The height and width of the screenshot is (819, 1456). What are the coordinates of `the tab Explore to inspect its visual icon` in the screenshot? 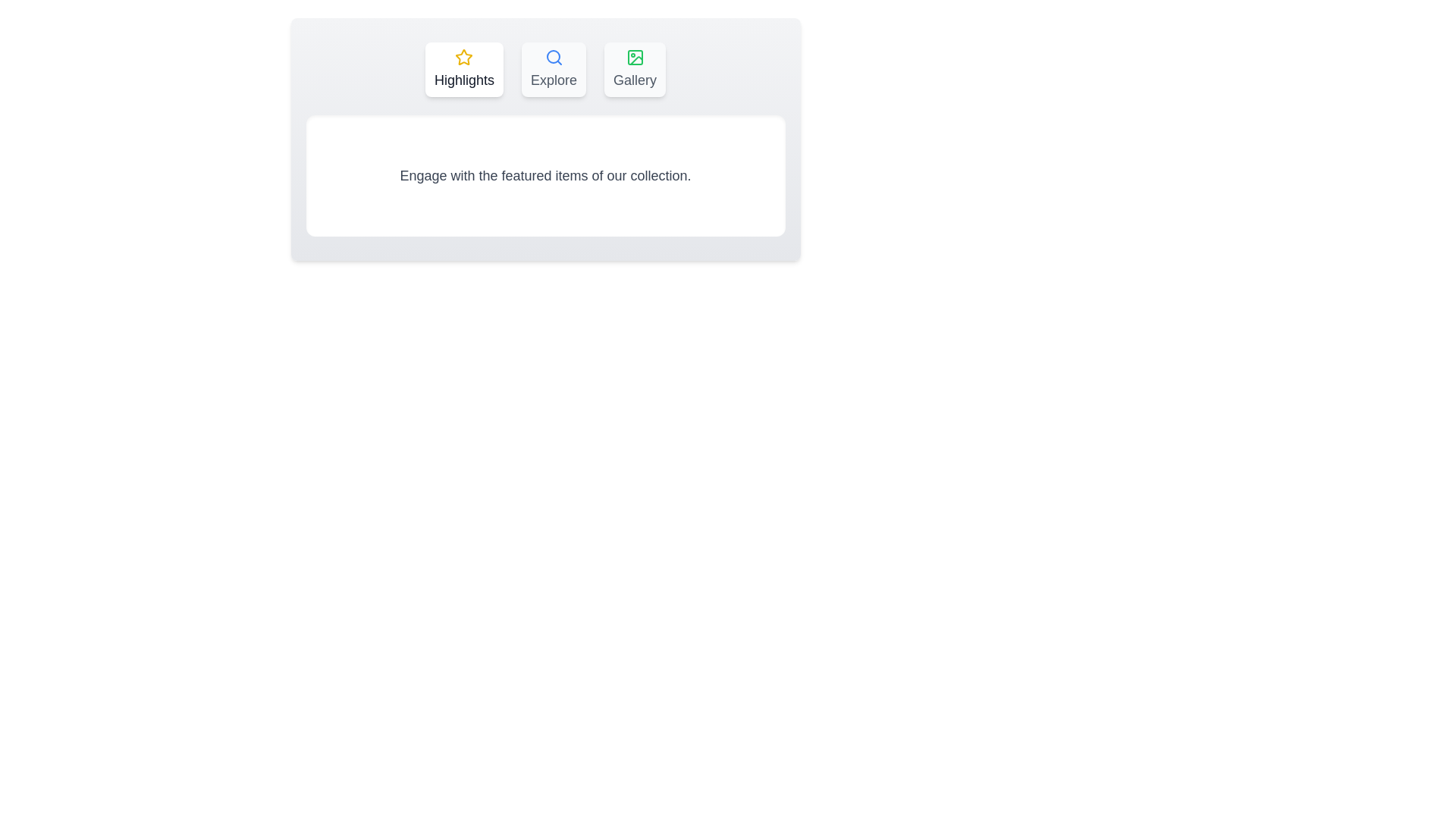 It's located at (553, 70).